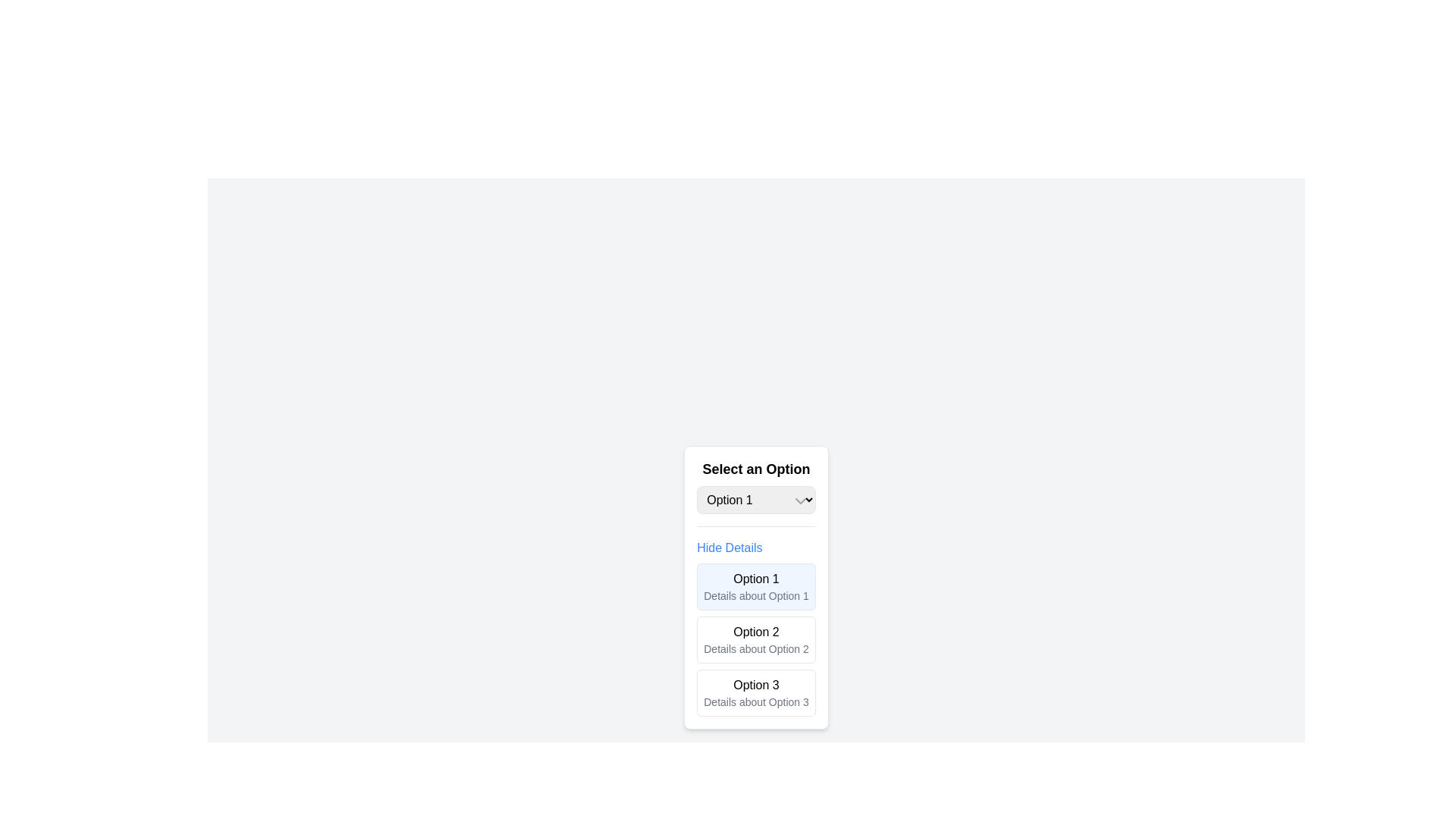 Image resolution: width=1456 pixels, height=819 pixels. Describe the element at coordinates (756, 468) in the screenshot. I see `bold text label 'Select an Option' located at the top center of the card layout, above the dropdown menu labeled 'Option 1'` at that location.